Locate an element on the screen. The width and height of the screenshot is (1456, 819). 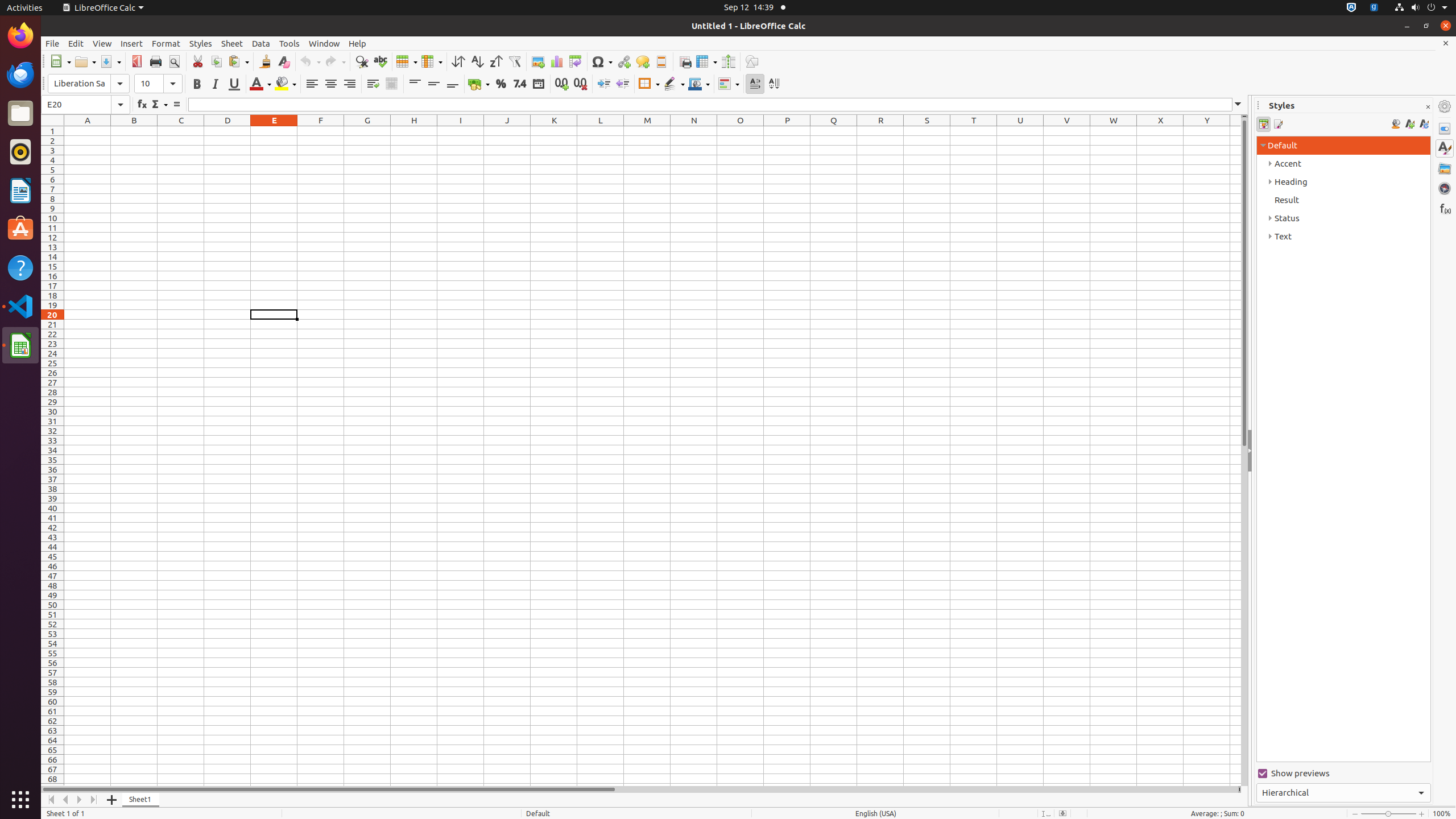
'New' is located at coordinates (60, 61).